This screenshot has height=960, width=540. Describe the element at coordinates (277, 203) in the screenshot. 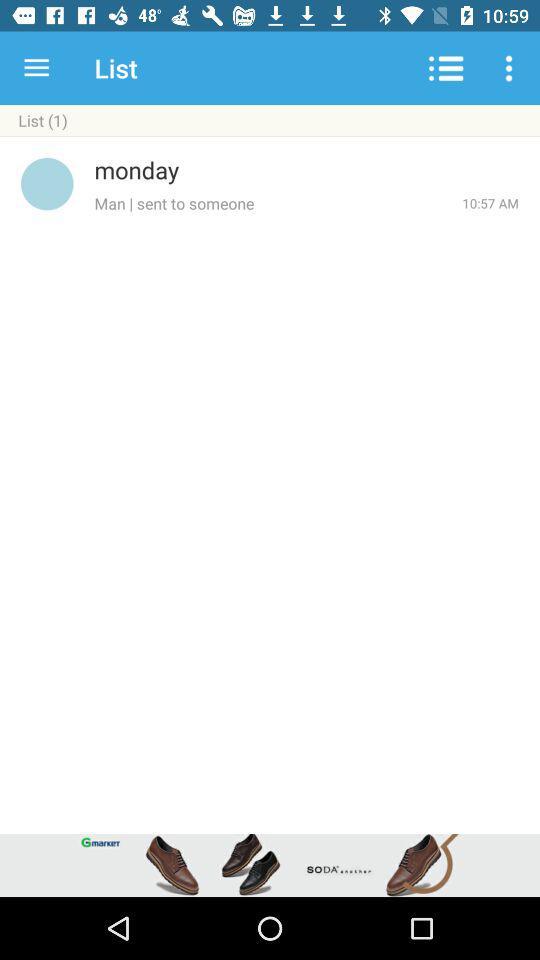

I see `the item to the left of the 10:57 am icon` at that location.